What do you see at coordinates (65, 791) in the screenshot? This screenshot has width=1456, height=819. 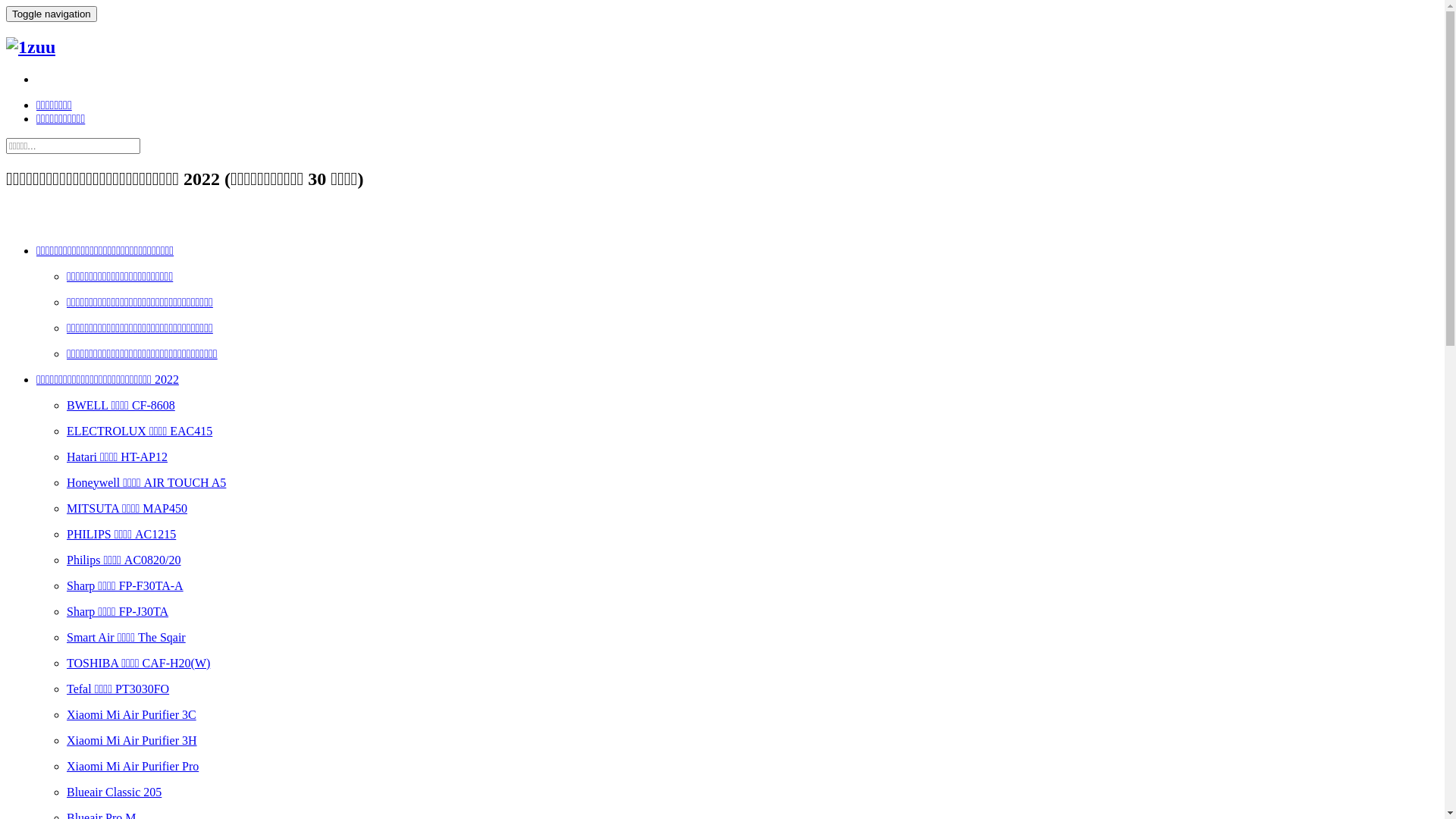 I see `'Blueair Classic 205'` at bounding box center [65, 791].